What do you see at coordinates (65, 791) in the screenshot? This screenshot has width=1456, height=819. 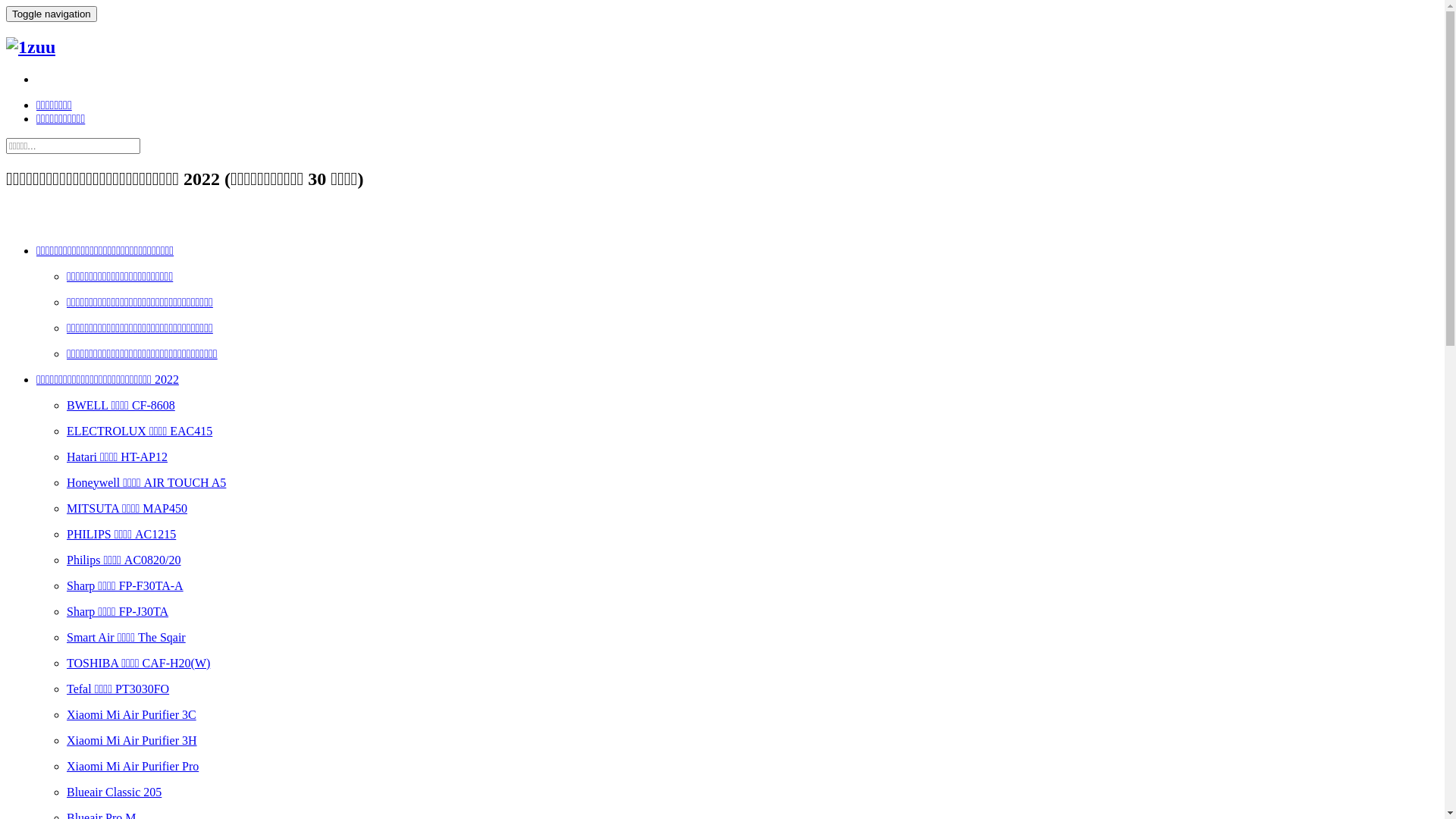 I see `'Blueair Classic 205'` at bounding box center [65, 791].